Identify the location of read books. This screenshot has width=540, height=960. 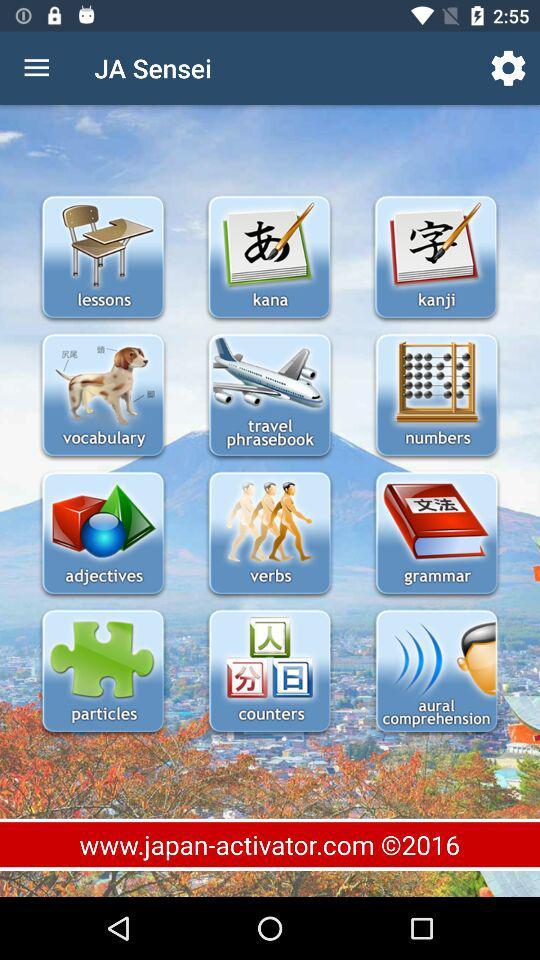
(435, 534).